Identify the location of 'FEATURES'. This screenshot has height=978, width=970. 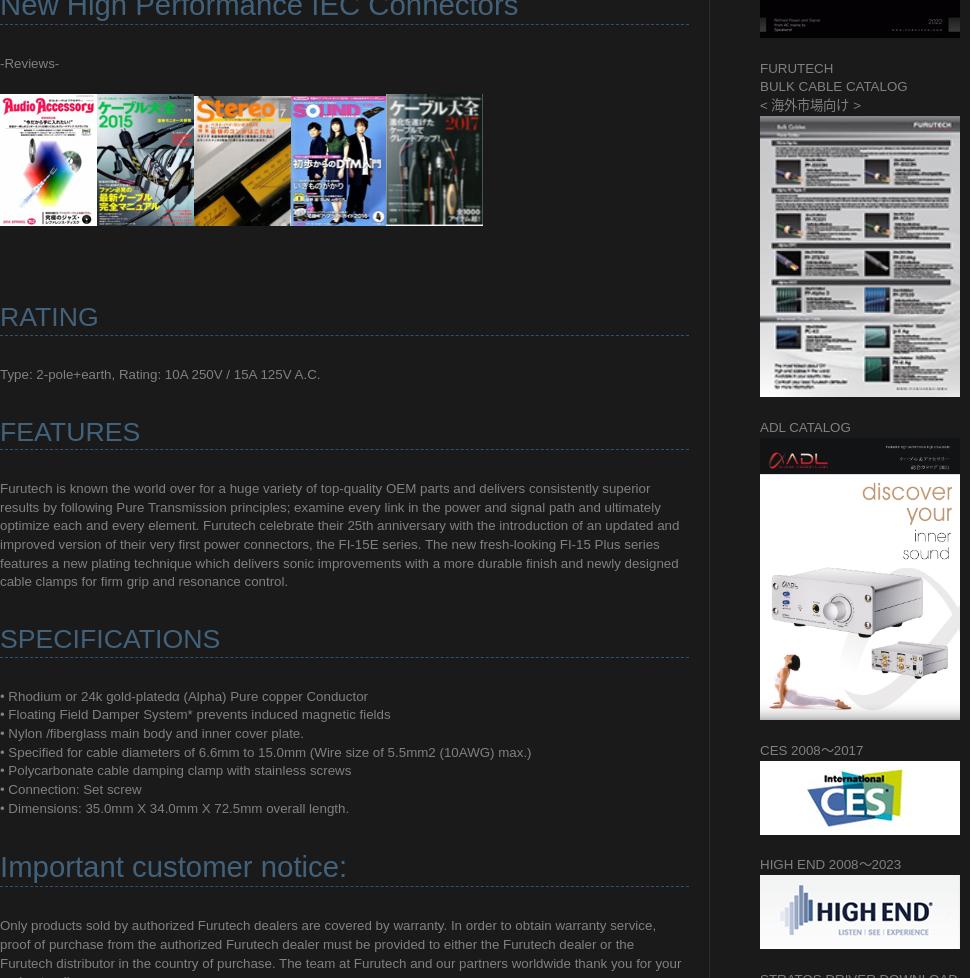
(69, 430).